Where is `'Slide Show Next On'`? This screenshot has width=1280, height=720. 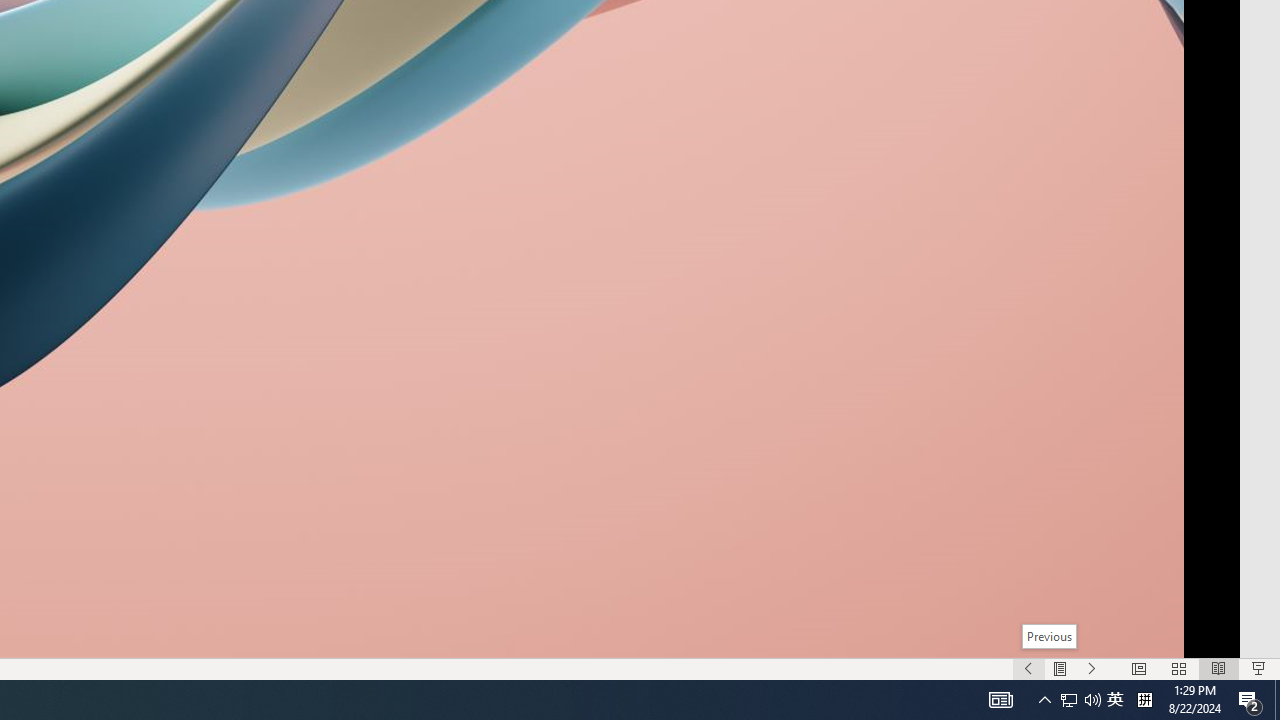
'Slide Show Next On' is located at coordinates (1091, 669).